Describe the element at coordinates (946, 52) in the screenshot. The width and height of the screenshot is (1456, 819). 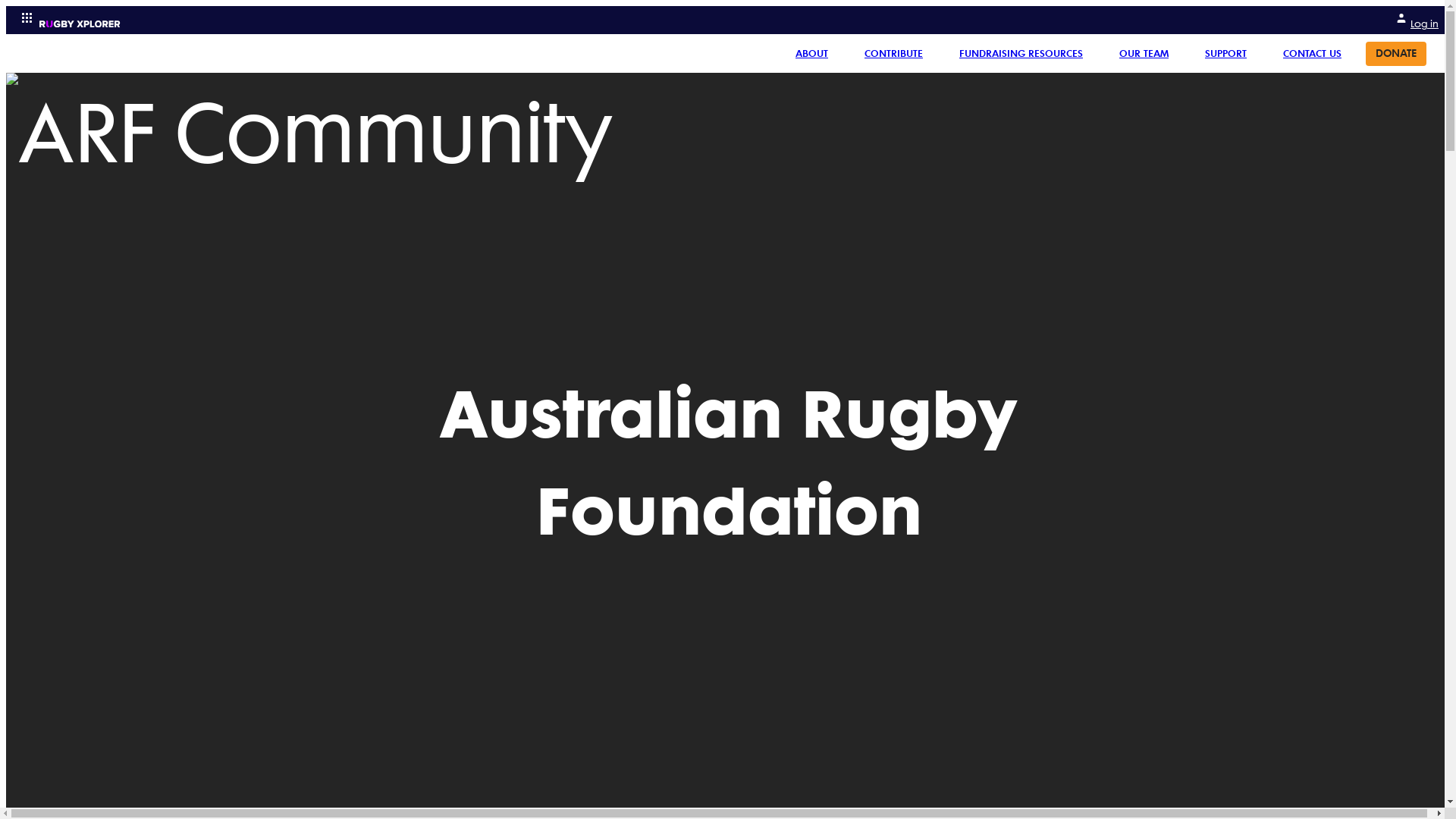
I see `'FUNDRAISING RESOURCES'` at that location.